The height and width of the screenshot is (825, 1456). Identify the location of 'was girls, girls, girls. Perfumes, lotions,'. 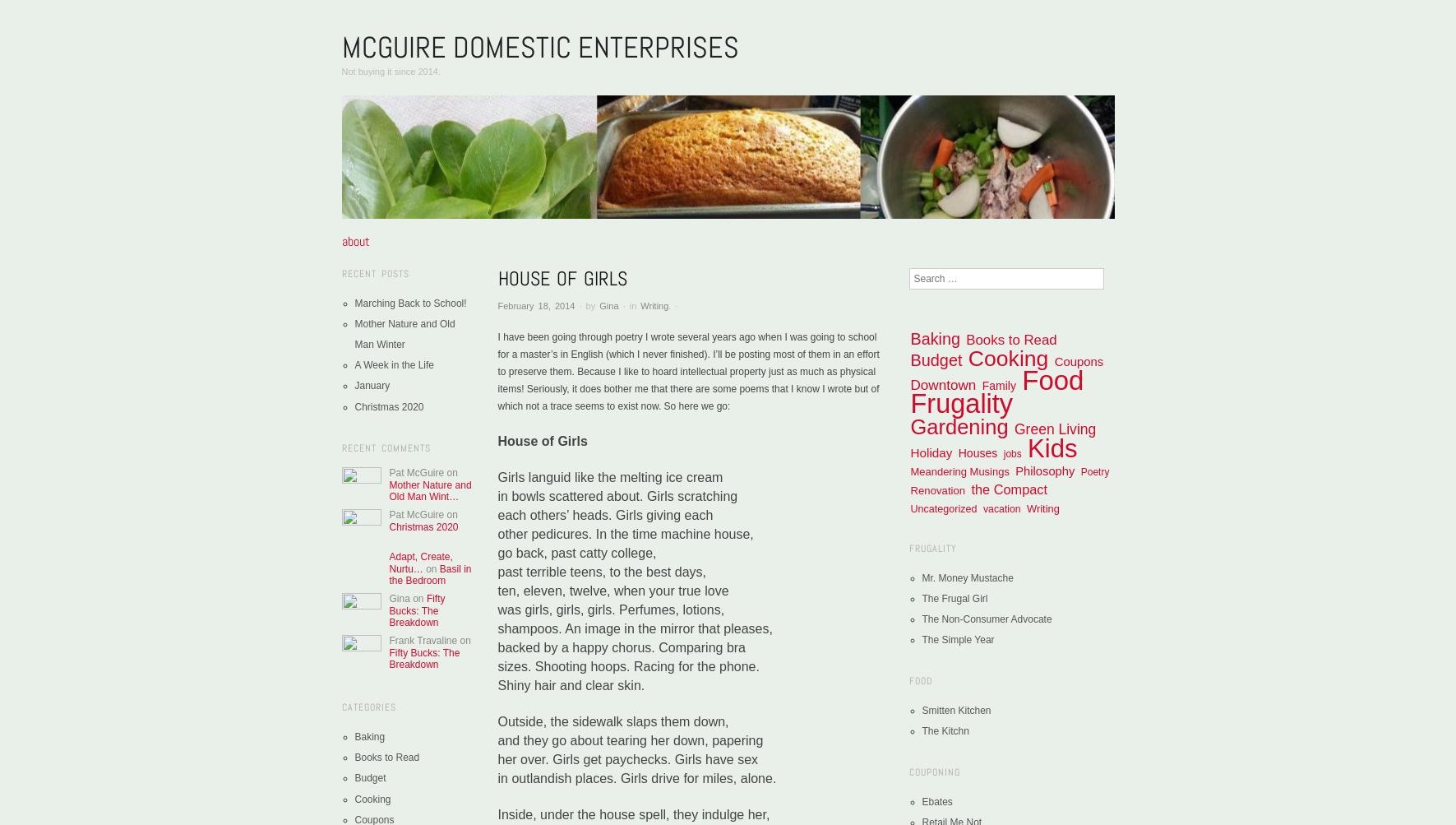
(610, 609).